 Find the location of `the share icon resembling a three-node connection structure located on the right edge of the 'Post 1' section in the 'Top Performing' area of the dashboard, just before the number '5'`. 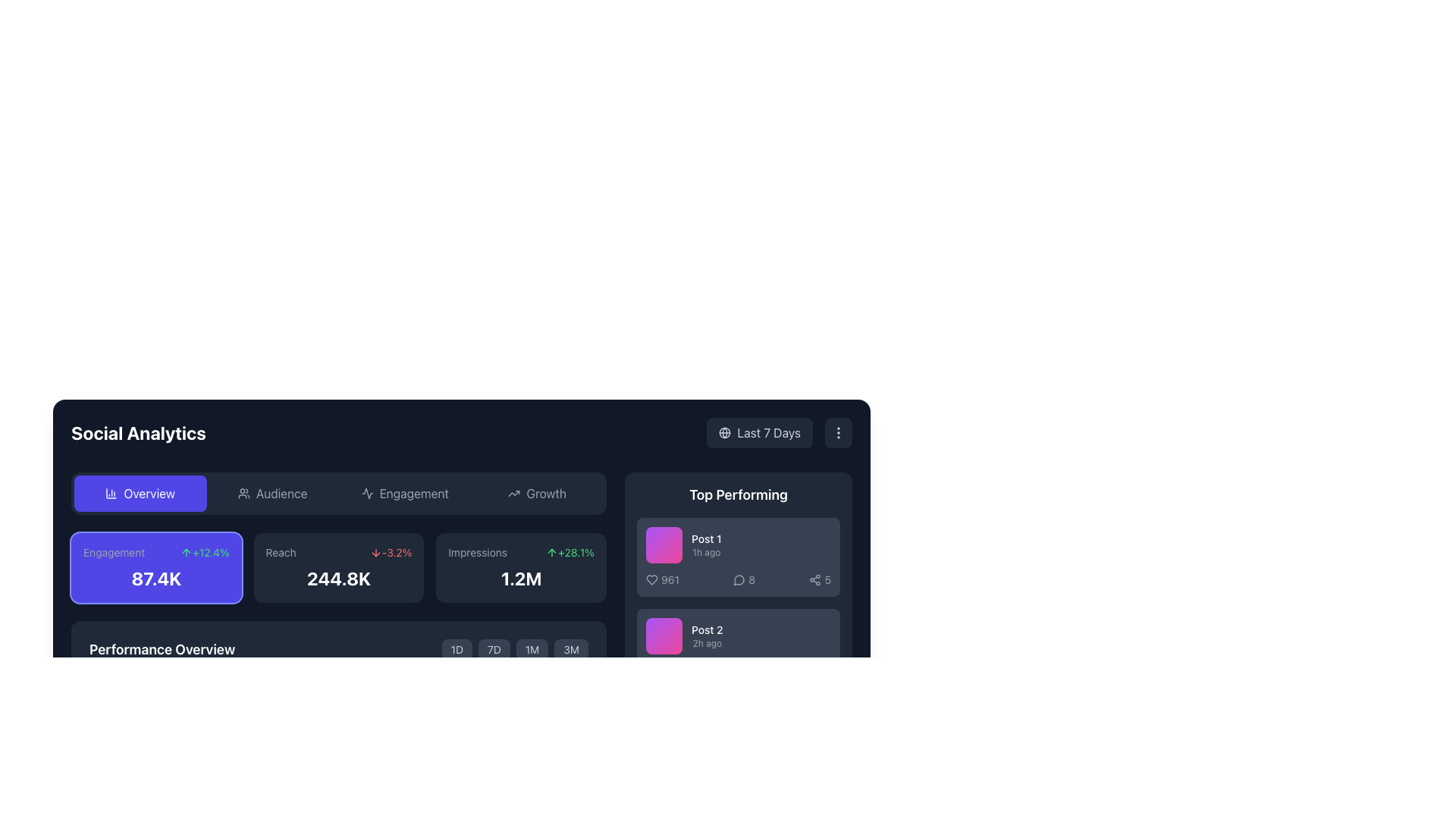

the share icon resembling a three-node connection structure located on the right edge of the 'Post 1' section in the 'Top Performing' area of the dashboard, just before the number '5' is located at coordinates (814, 579).